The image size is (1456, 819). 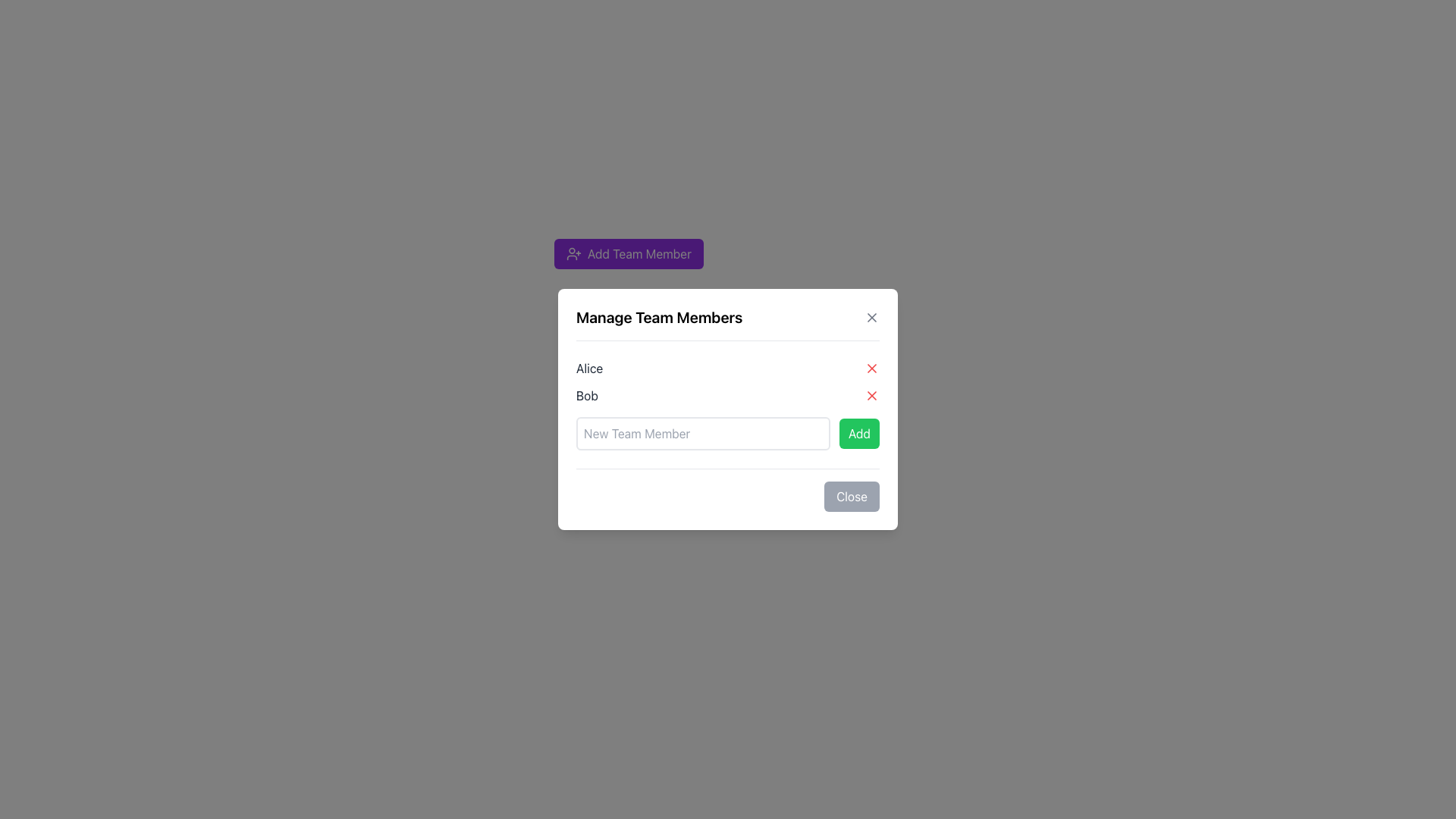 I want to click on the deletion button located to the right of the text 'Alice' in the 'Manage Team Members' section, so click(x=872, y=369).